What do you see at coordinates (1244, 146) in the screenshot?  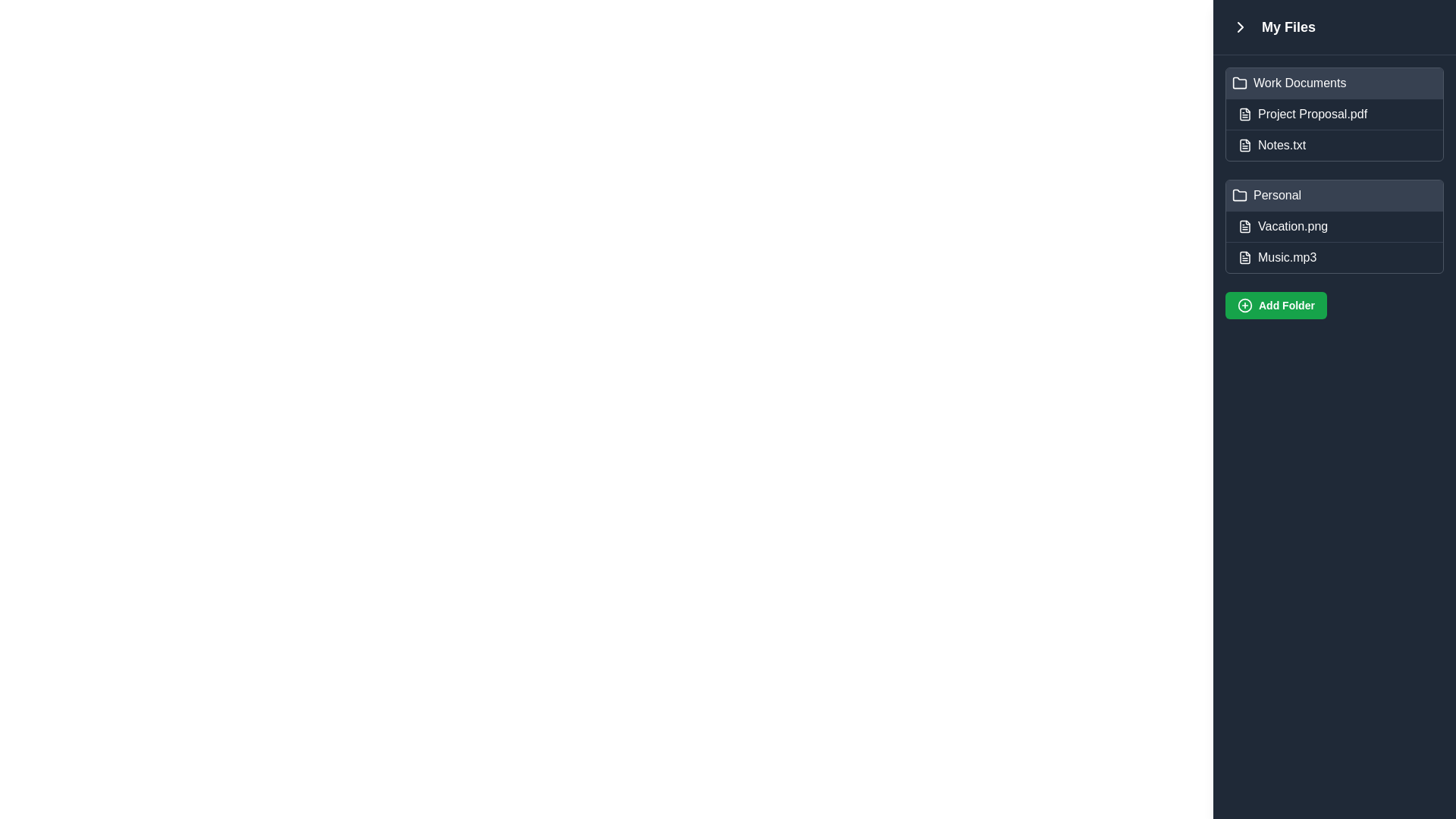 I see `the file icon represented as a graphical page file with a folded corner, located in the right sidebar of the interface` at bounding box center [1244, 146].